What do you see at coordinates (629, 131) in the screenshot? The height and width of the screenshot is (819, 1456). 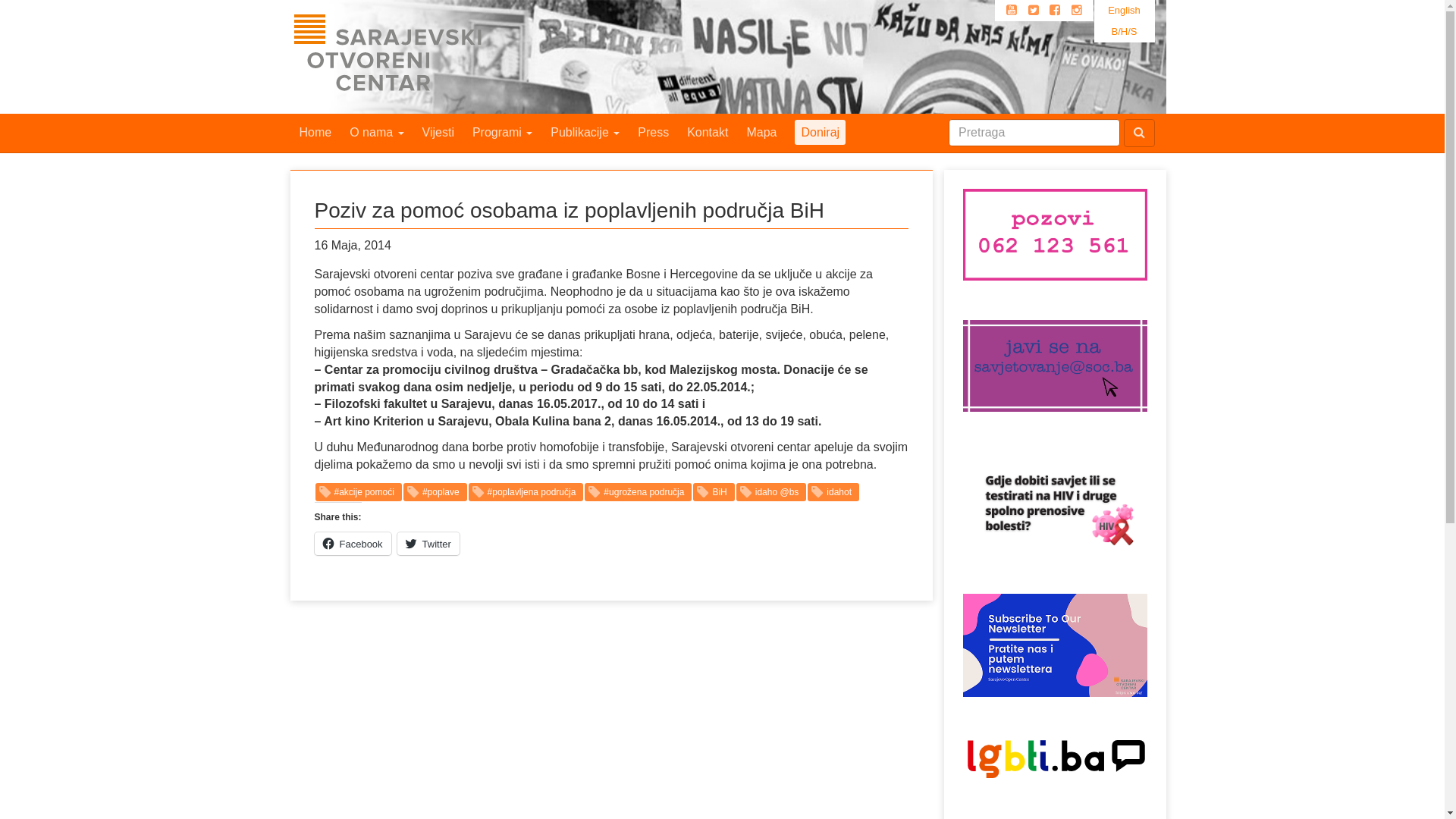 I see `'Press'` at bounding box center [629, 131].